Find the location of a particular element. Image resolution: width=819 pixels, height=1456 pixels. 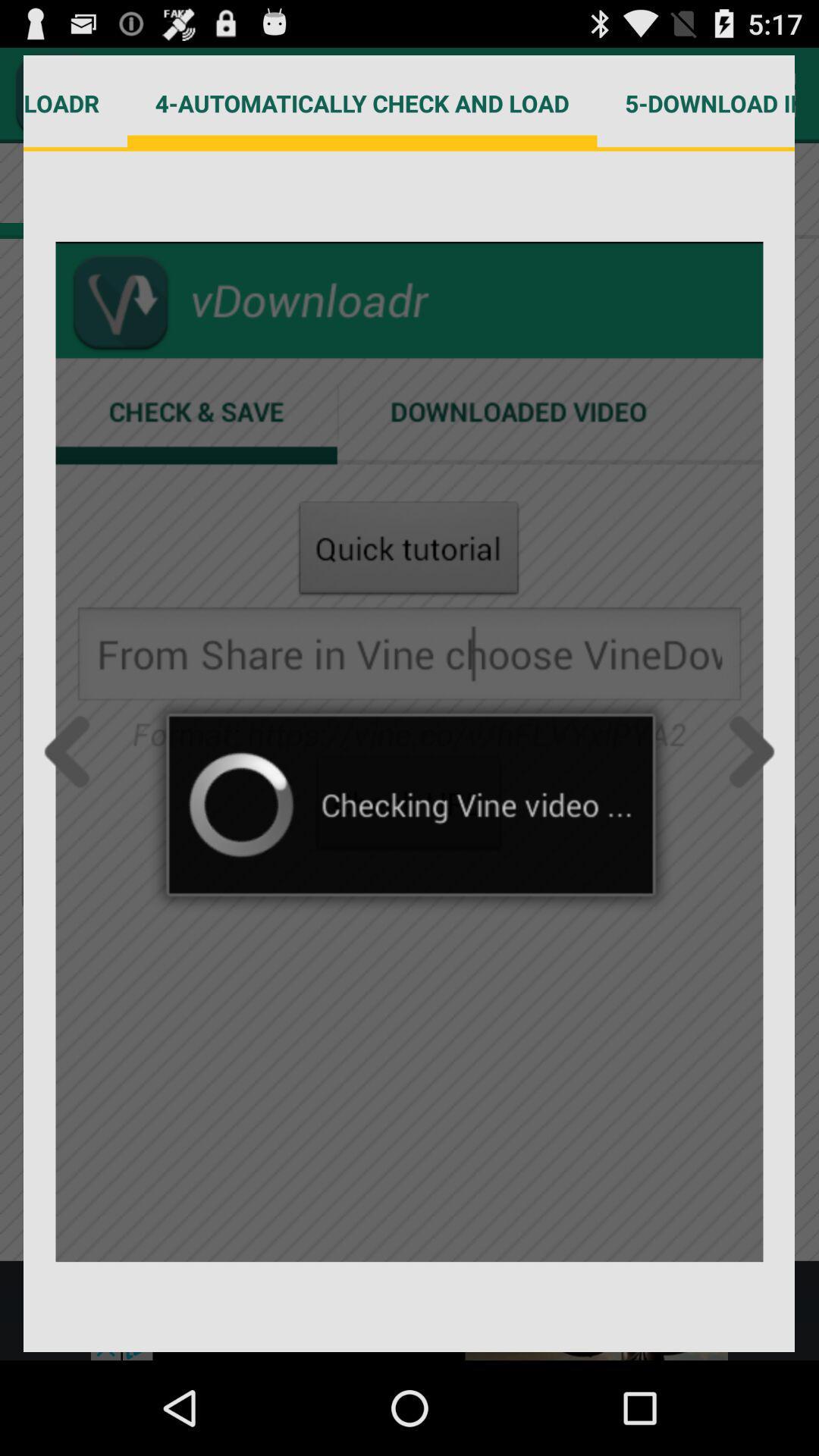

back in gallery is located at coordinates (71, 752).